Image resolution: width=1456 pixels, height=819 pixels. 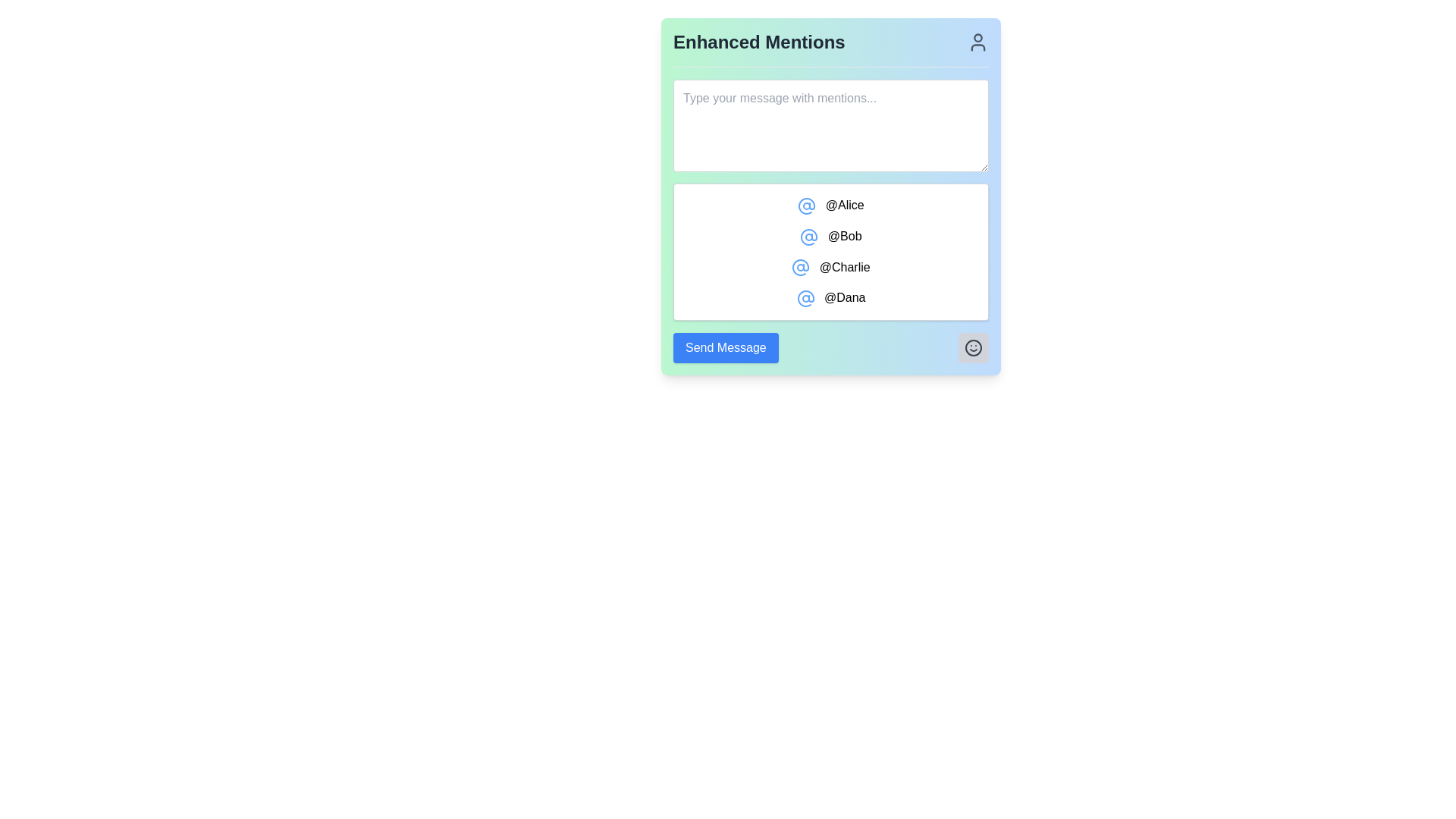 What do you see at coordinates (808, 237) in the screenshot?
I see `the '@' icon that visually supports the mention feature, positioned to the left of the clickable text '@Bob'` at bounding box center [808, 237].